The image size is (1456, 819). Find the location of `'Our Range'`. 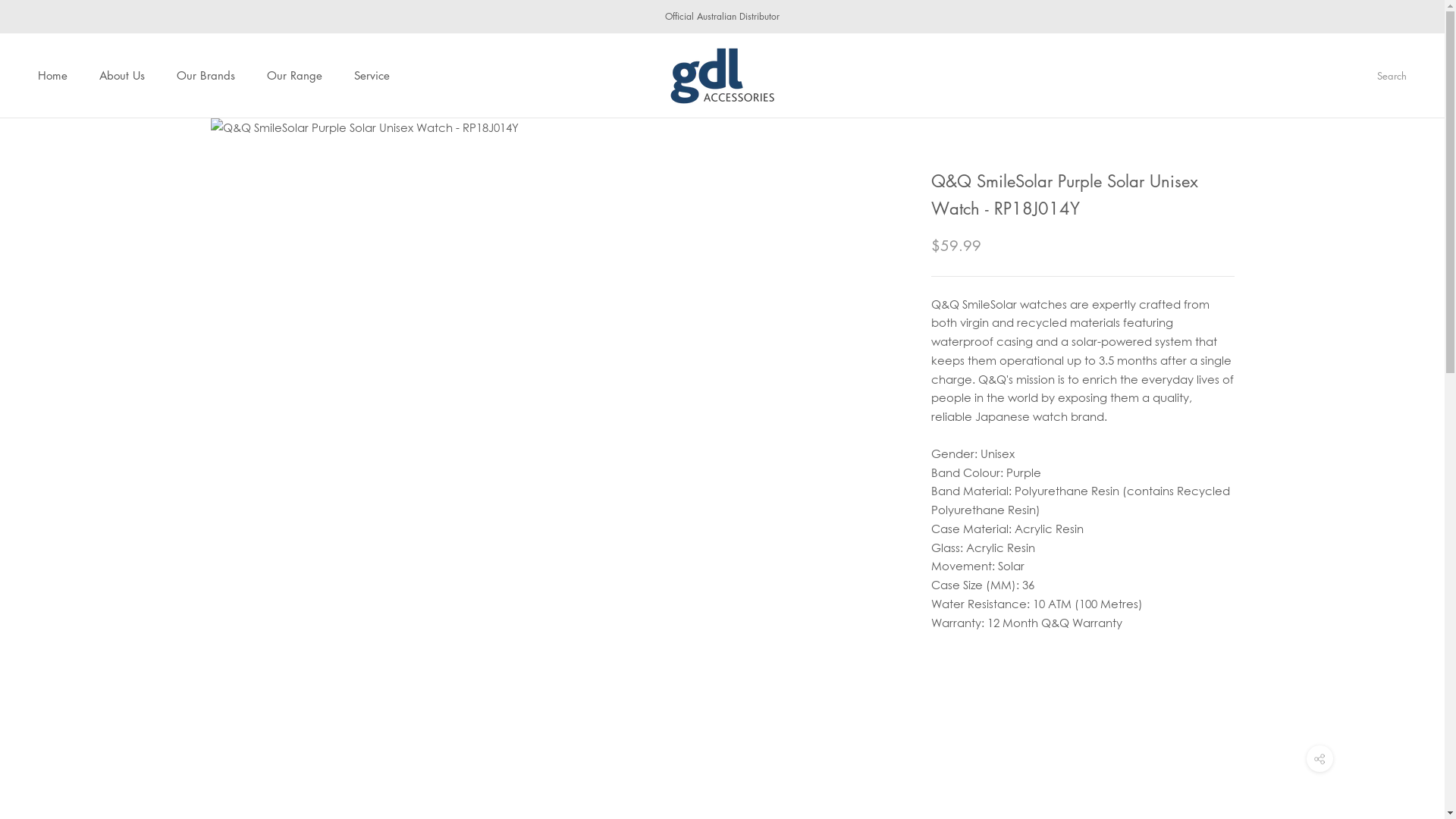

'Our Range' is located at coordinates (294, 75).